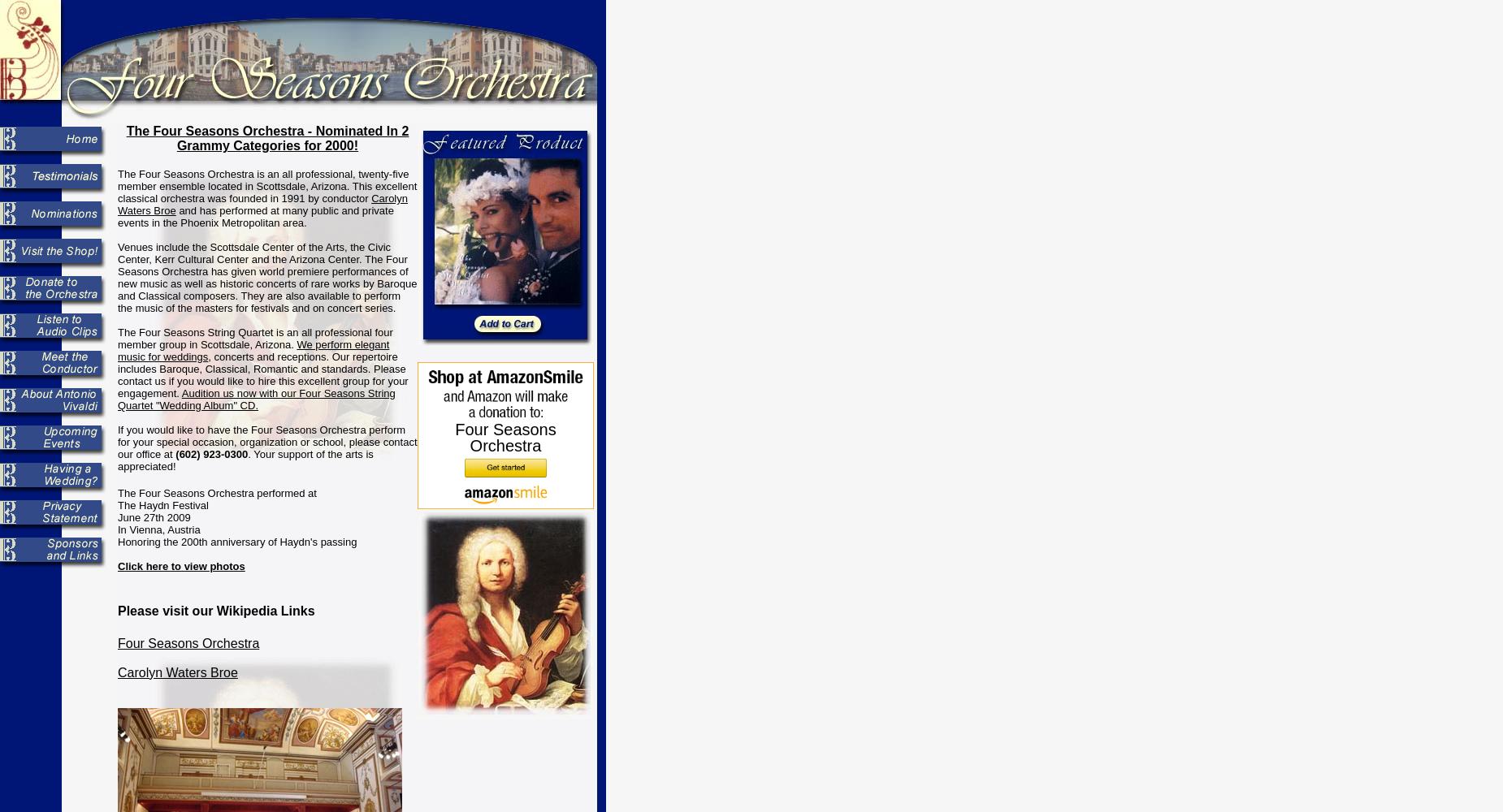 This screenshot has width=1503, height=812. Describe the element at coordinates (117, 205) in the screenshot. I see `'Carolyn 

                  Waters Broe'` at that location.